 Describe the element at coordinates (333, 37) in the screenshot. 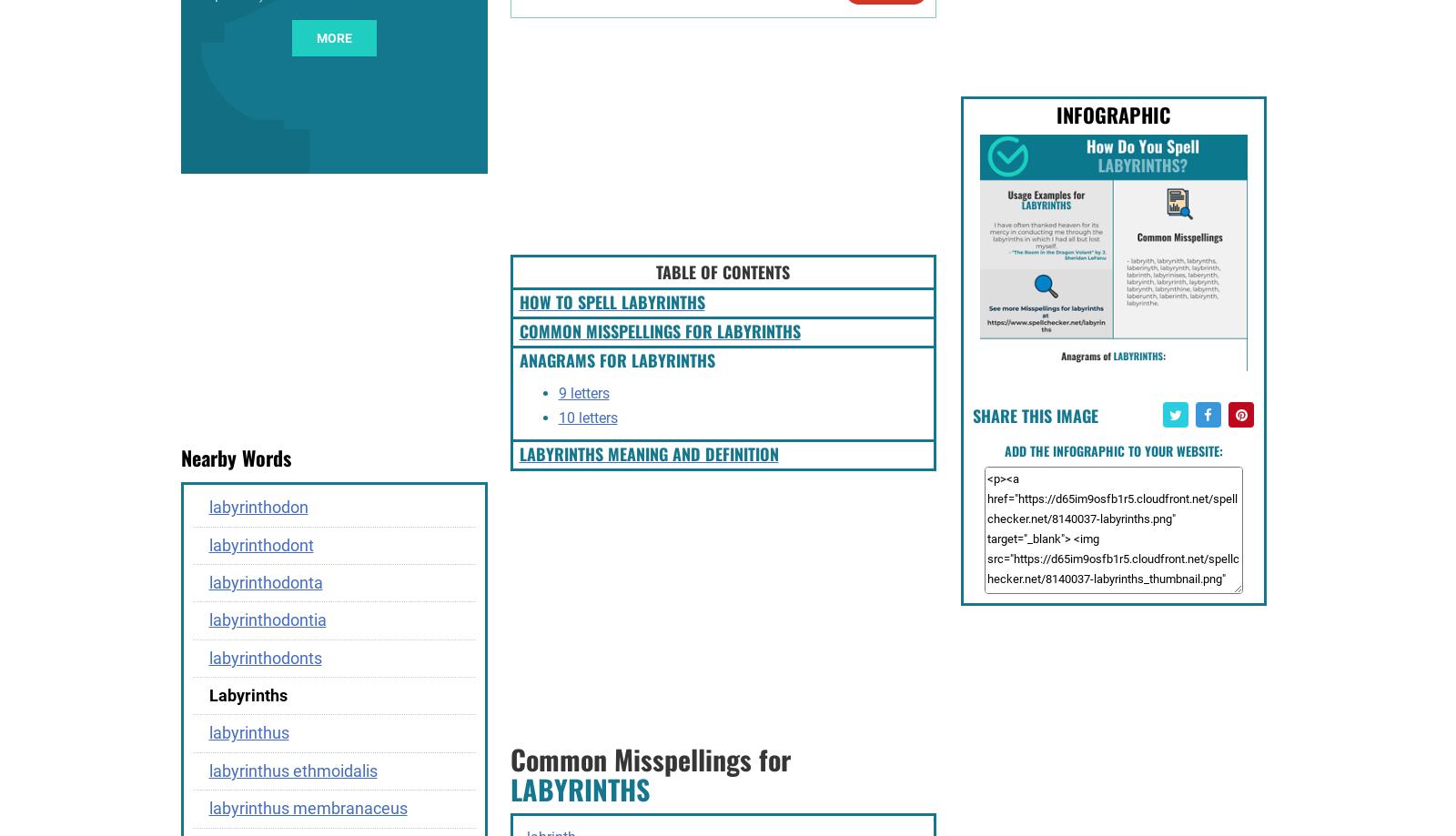

I see `'more'` at that location.